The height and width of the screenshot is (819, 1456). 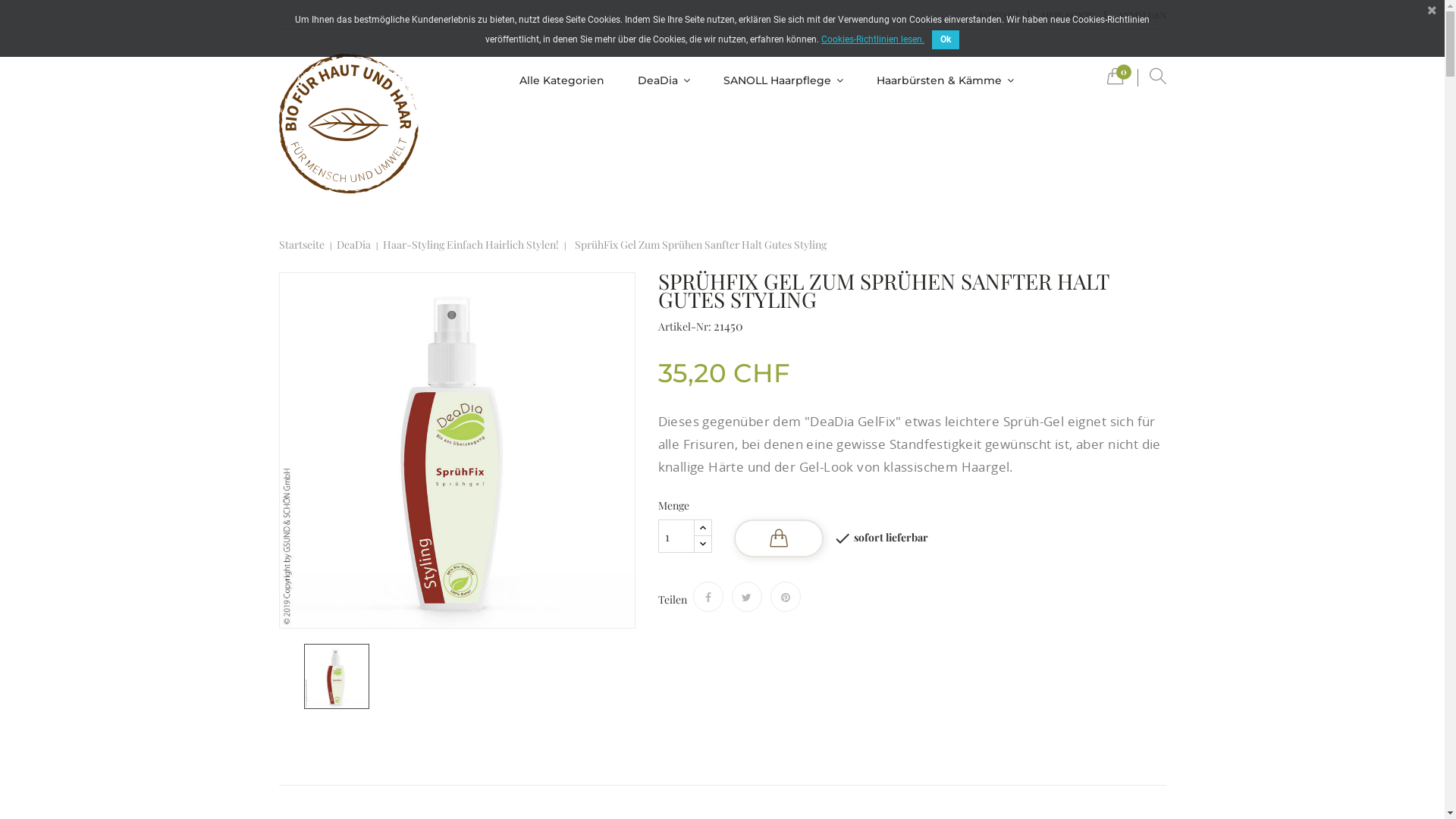 I want to click on 'MEIN KONTO', so click(x=1031, y=15).